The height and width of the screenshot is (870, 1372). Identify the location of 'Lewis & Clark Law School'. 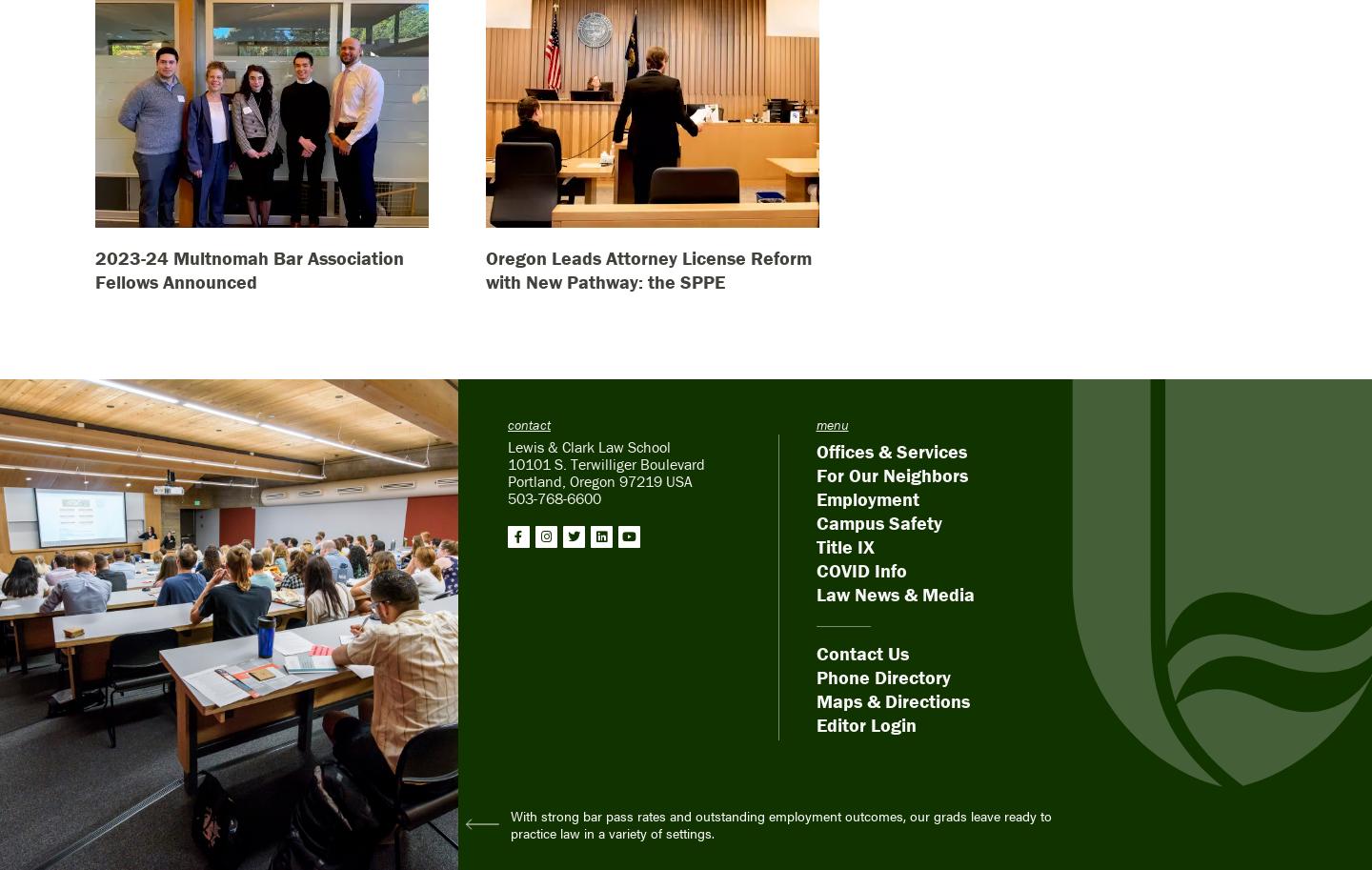
(587, 445).